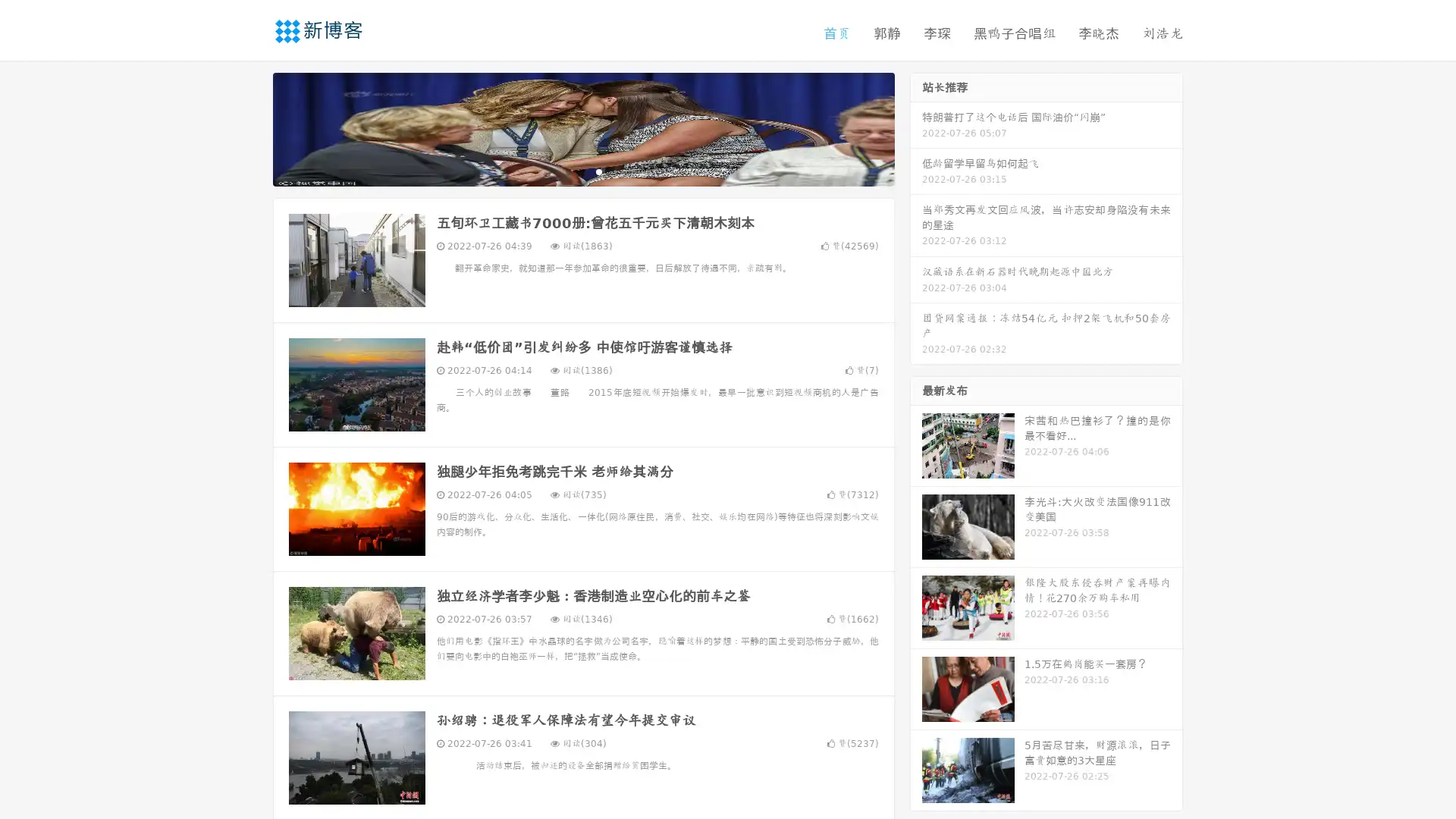 This screenshot has width=1456, height=819. I want to click on Go to slide 3, so click(598, 171).